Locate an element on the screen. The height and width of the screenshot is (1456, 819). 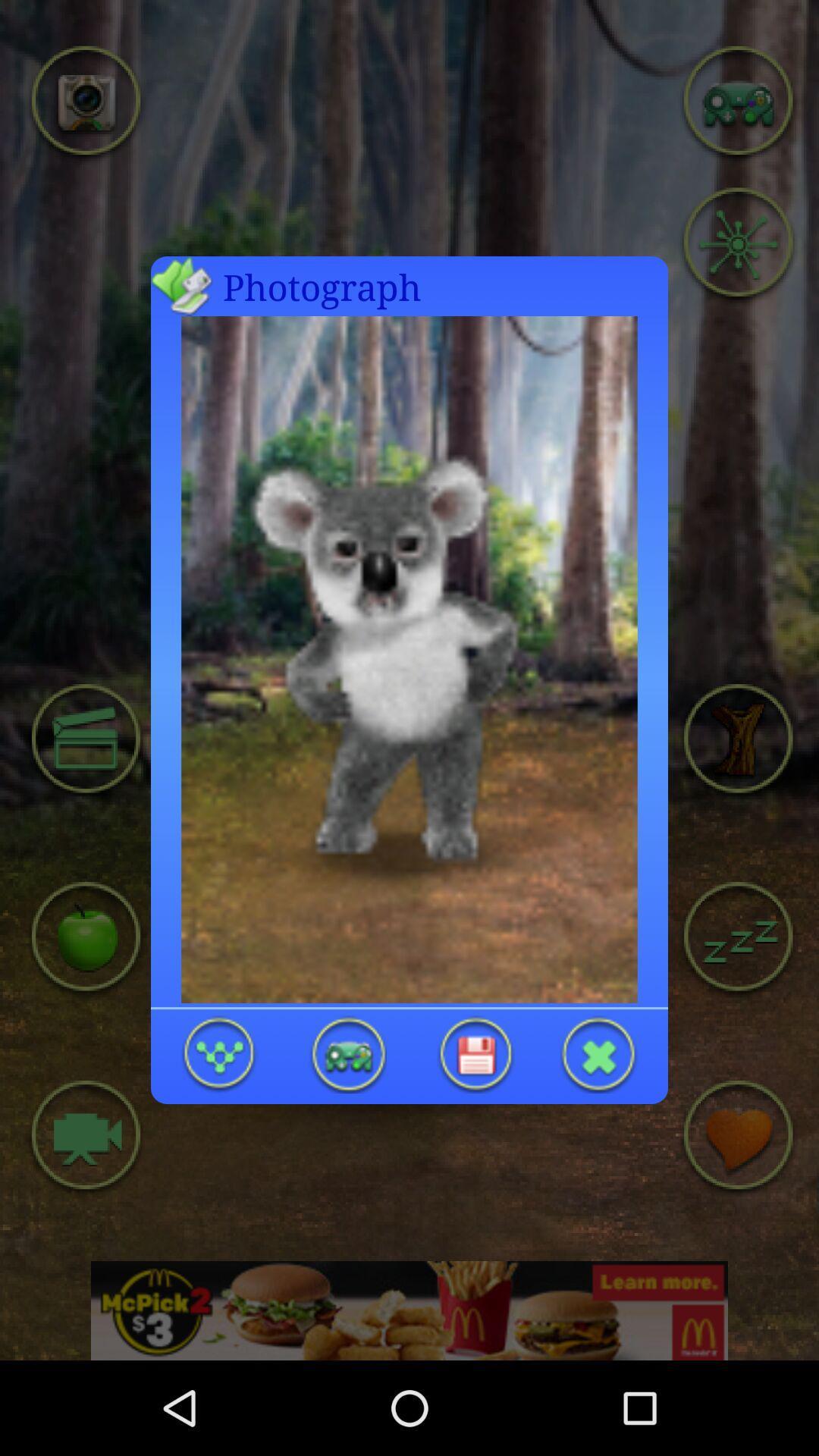
the icon at the bottom left corner is located at coordinates (219, 1053).